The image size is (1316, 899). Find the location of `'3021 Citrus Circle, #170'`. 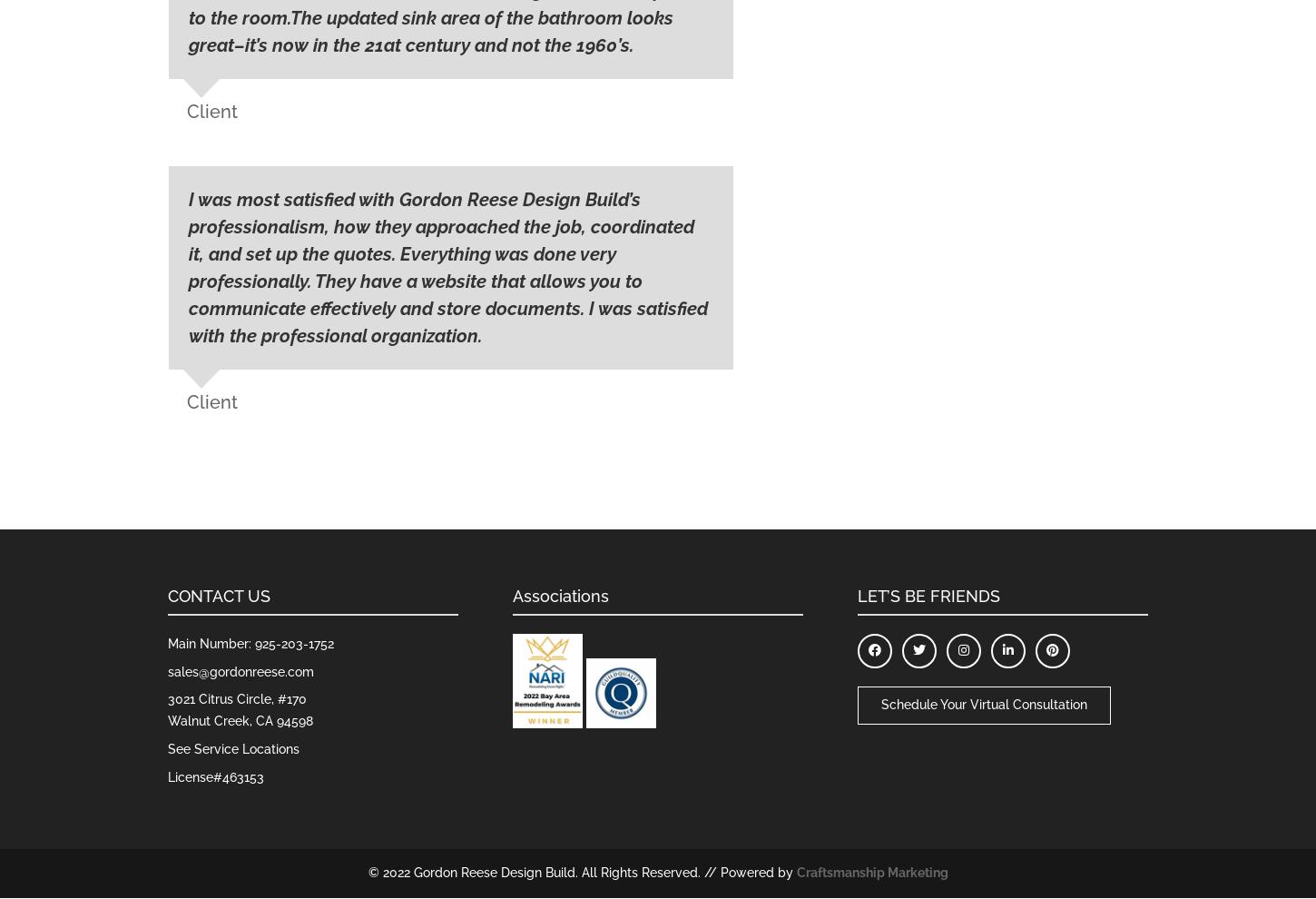

'3021 Citrus Circle, #170' is located at coordinates (237, 699).